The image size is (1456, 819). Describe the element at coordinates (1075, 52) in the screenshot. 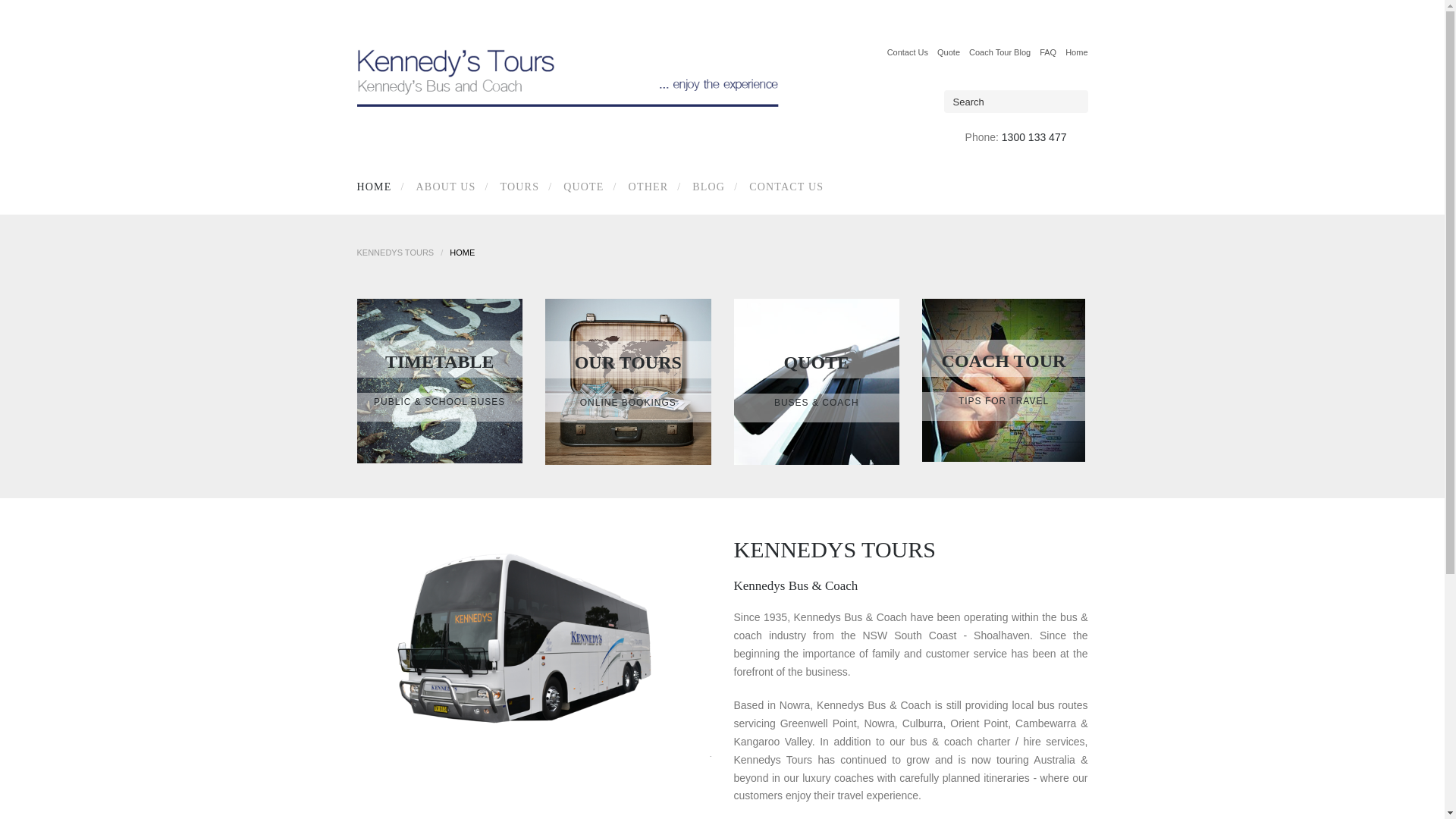

I see `'Home'` at that location.